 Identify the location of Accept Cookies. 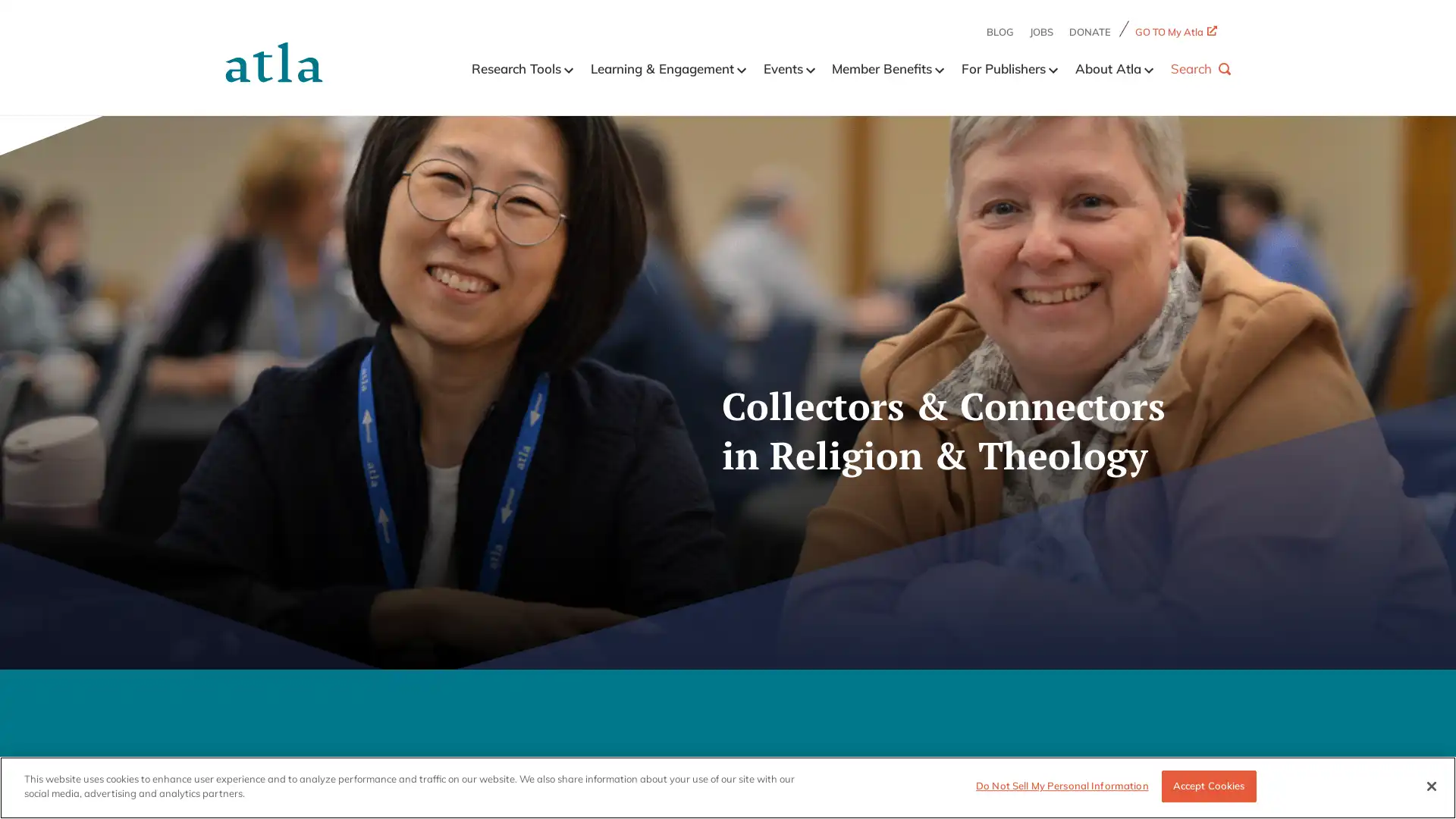
(1207, 785).